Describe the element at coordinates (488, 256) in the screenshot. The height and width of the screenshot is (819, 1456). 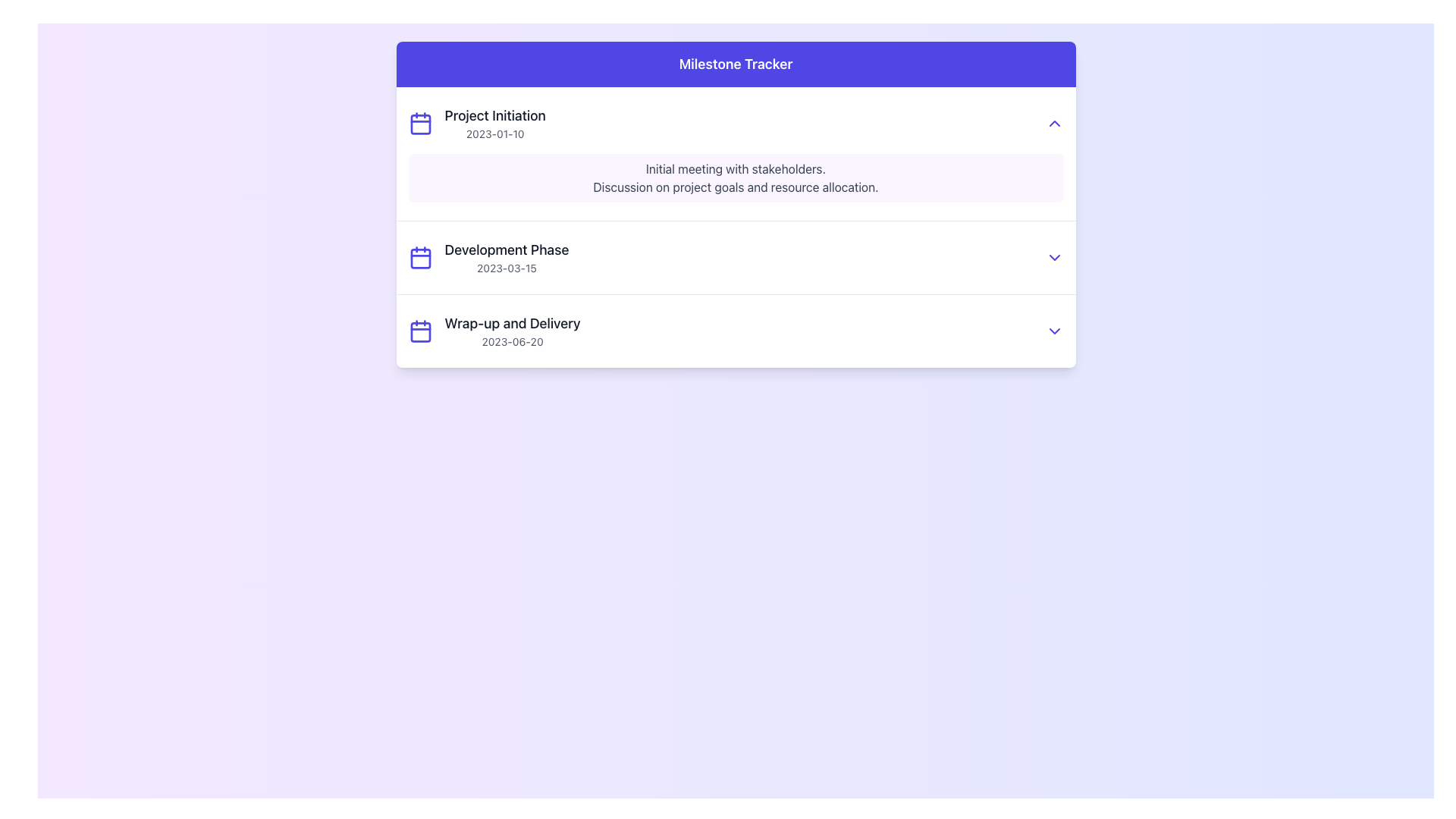
I see `to select the milestone marker for 'Development Phase' dated '2023-03-15', which is the second entry in the list of milestones` at that location.